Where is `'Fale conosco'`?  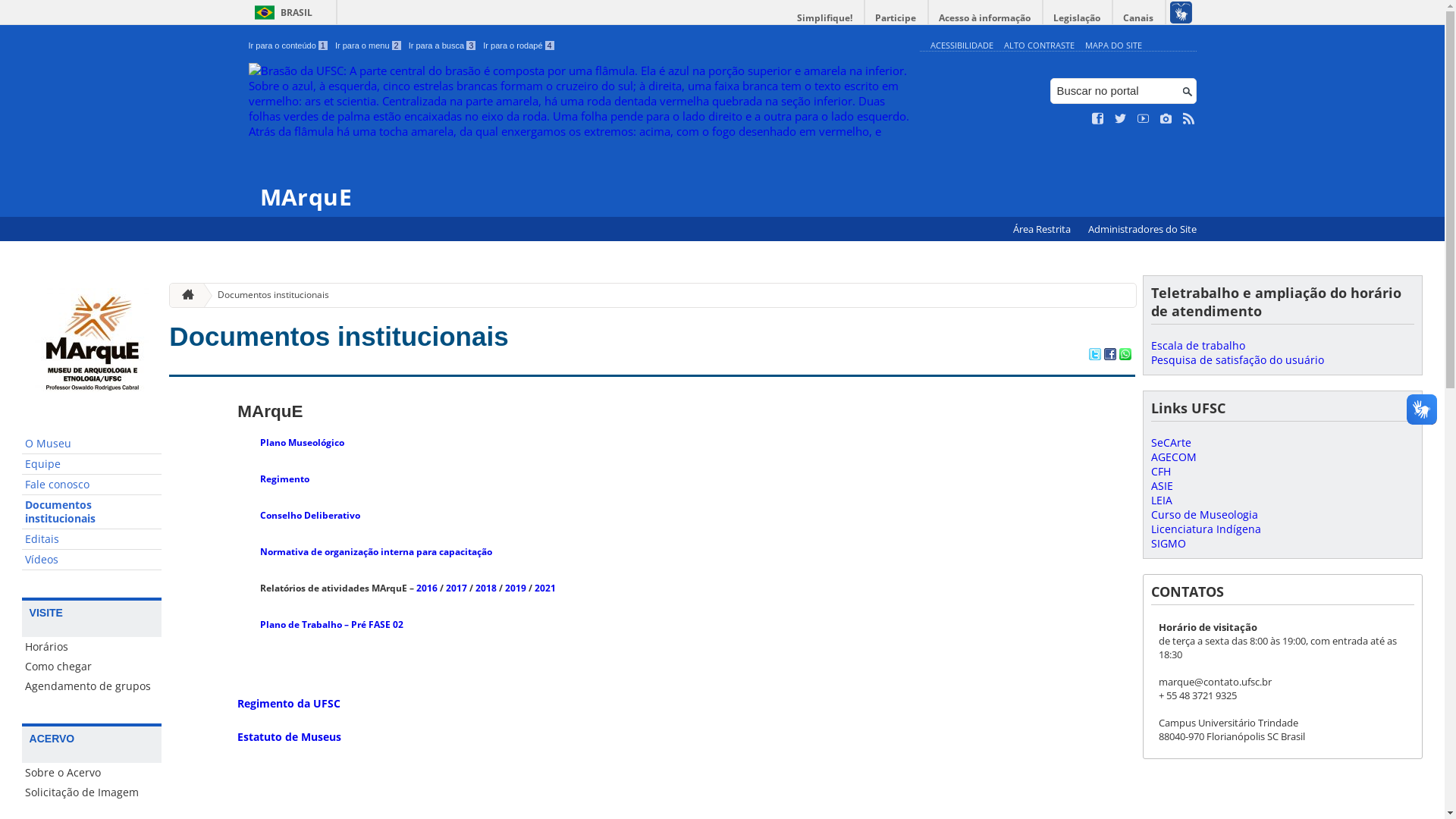
'Fale conosco' is located at coordinates (91, 485).